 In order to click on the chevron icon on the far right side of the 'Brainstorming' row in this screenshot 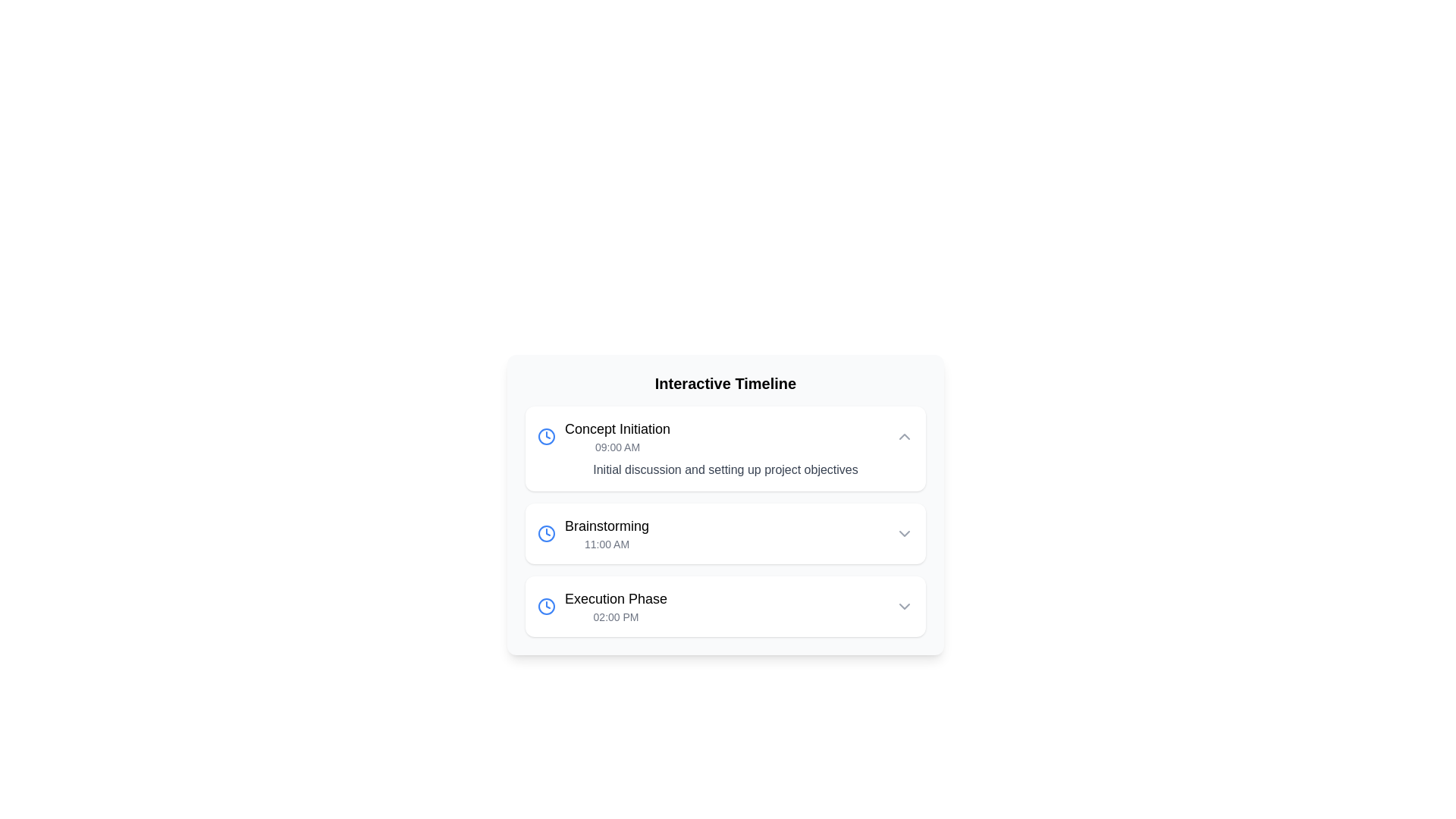, I will do `click(905, 533)`.